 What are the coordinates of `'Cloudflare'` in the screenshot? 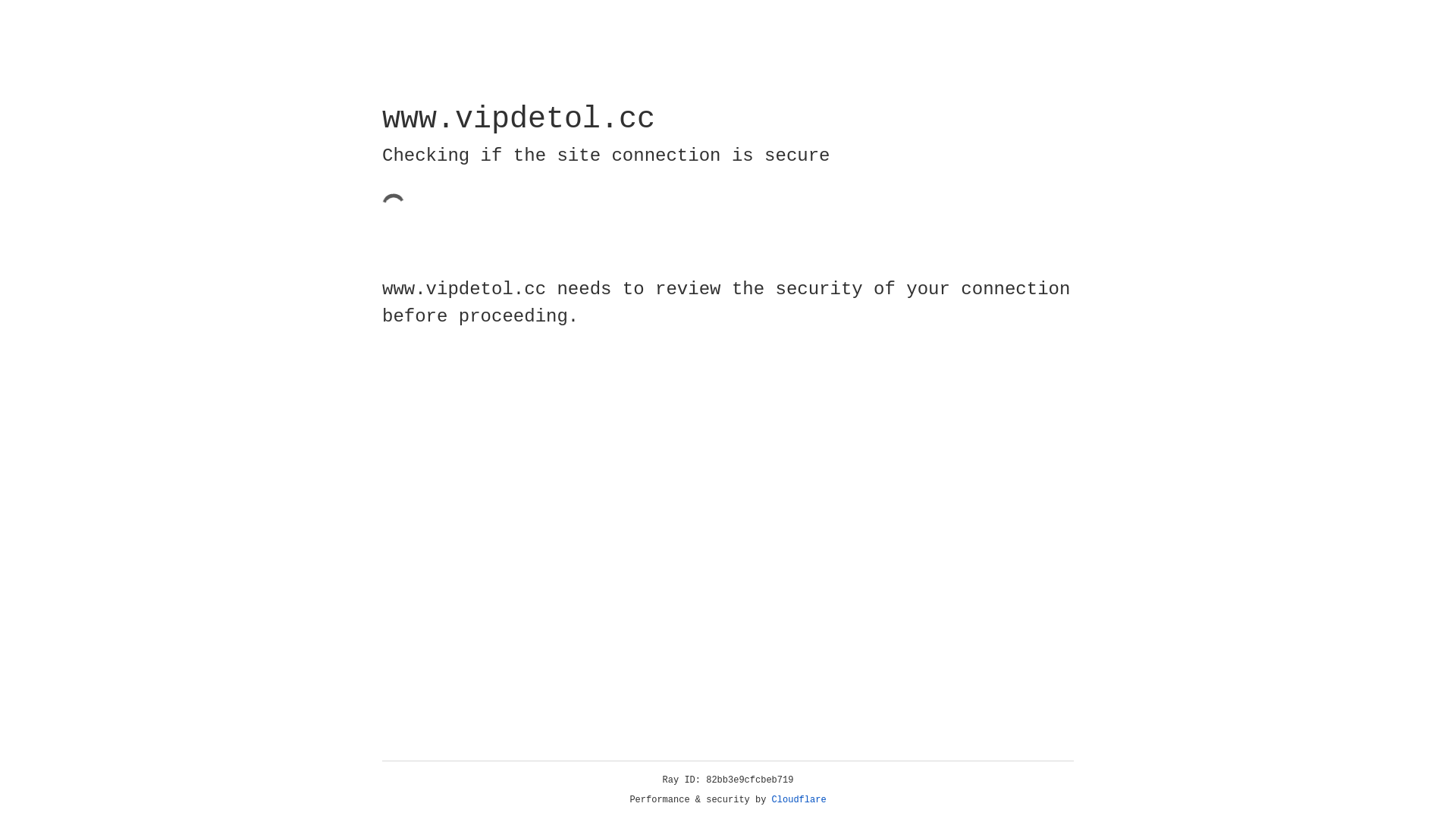 It's located at (771, 799).